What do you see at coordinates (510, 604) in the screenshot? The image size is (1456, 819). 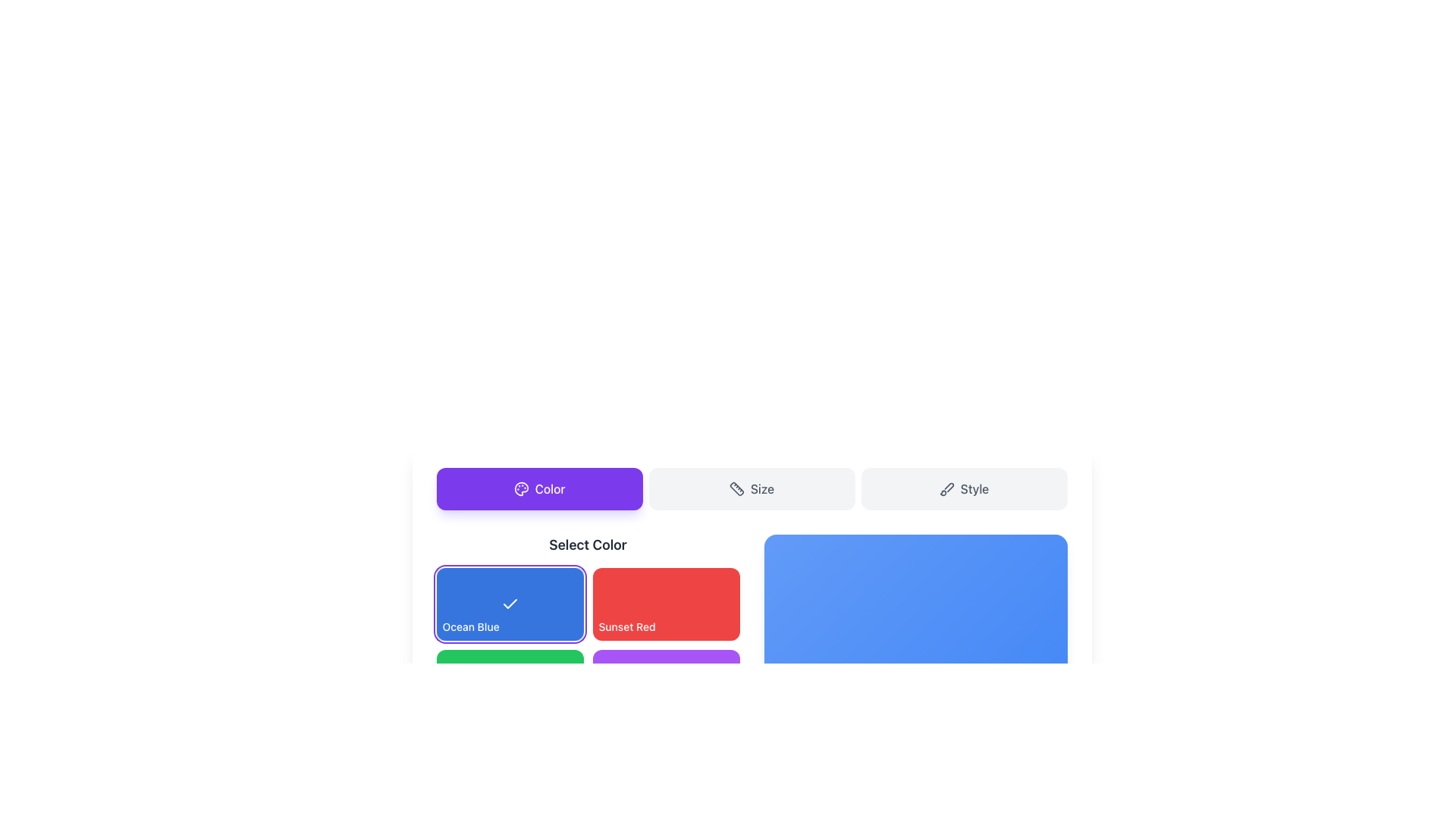 I see `the Selectable color card labeled 'Ocean Blue'` at bounding box center [510, 604].